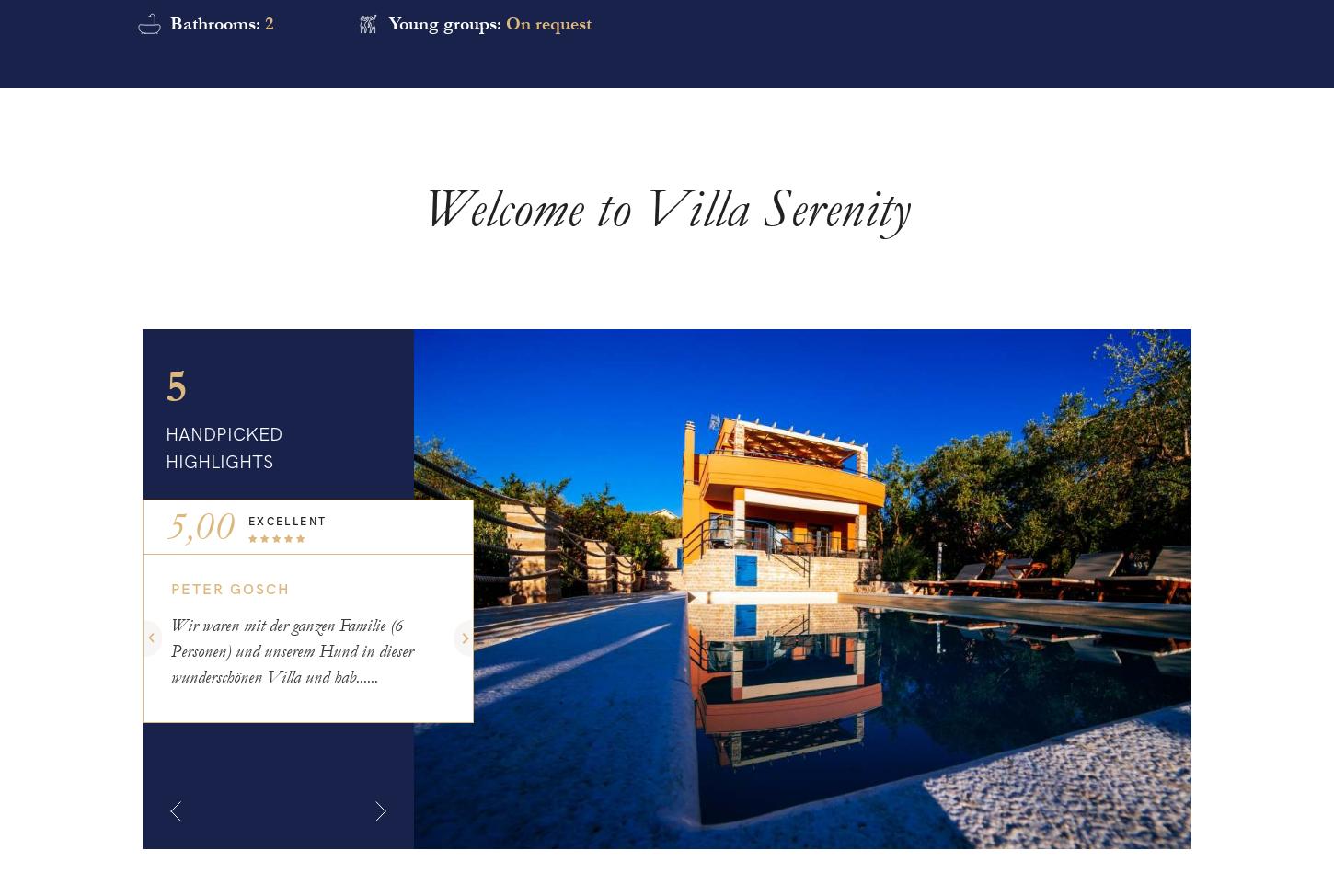  I want to click on 'More', so click(1112, 833).